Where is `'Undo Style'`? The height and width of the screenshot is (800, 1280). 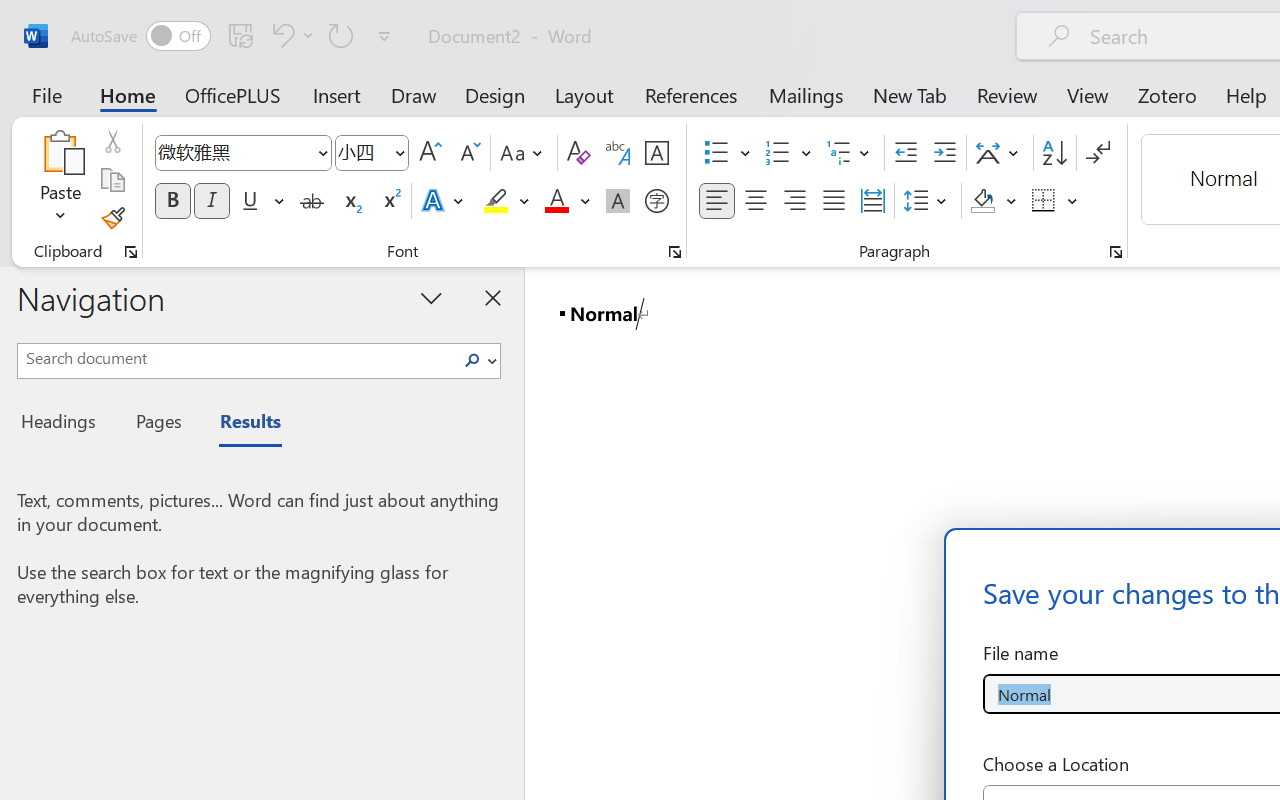
'Undo Style' is located at coordinates (279, 34).